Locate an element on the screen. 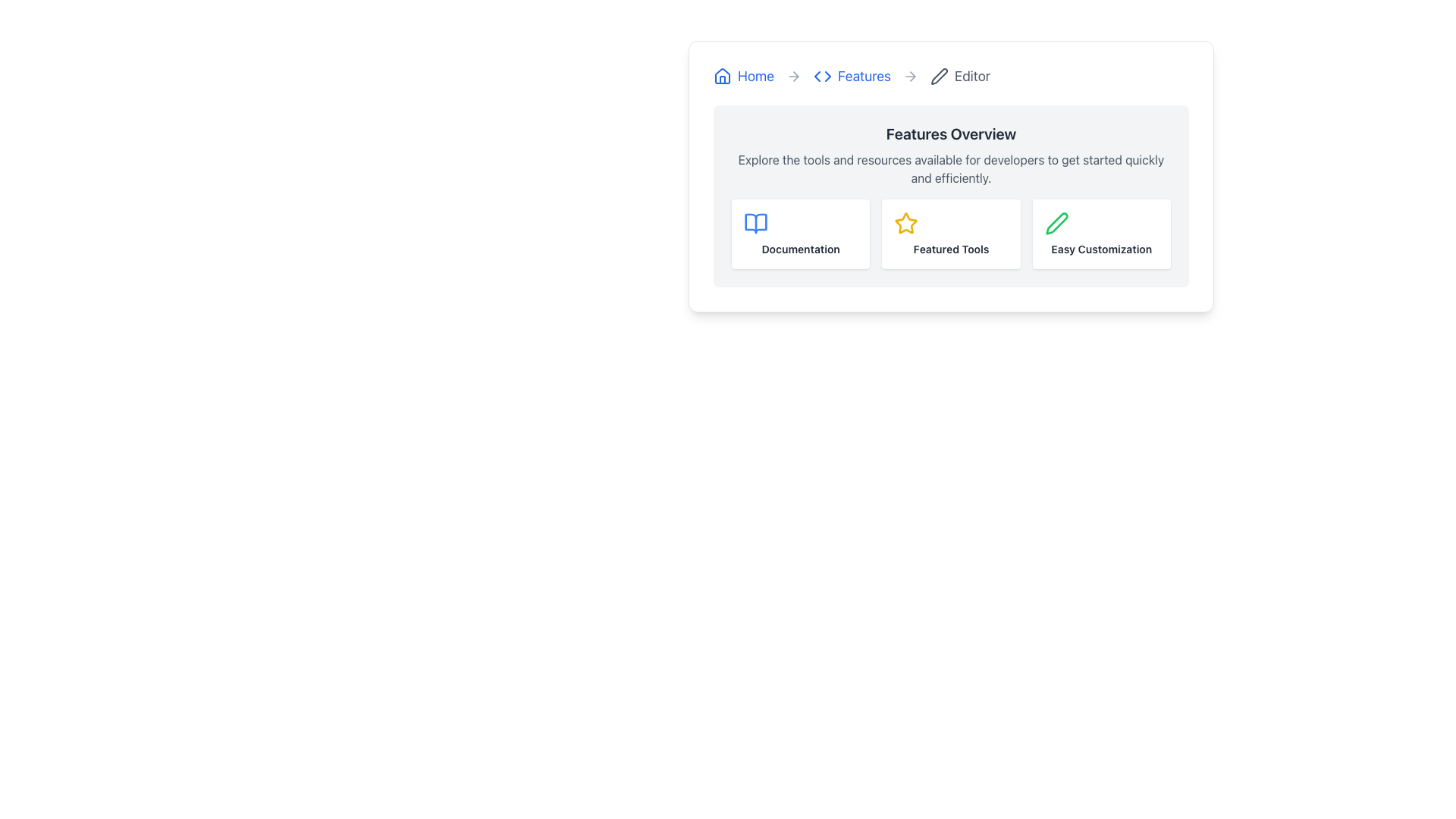 The width and height of the screenshot is (1456, 819). the open book icon, which is located above the 'Documentation' label on a white card with shadows in the central-left section of the layout is located at coordinates (756, 223).